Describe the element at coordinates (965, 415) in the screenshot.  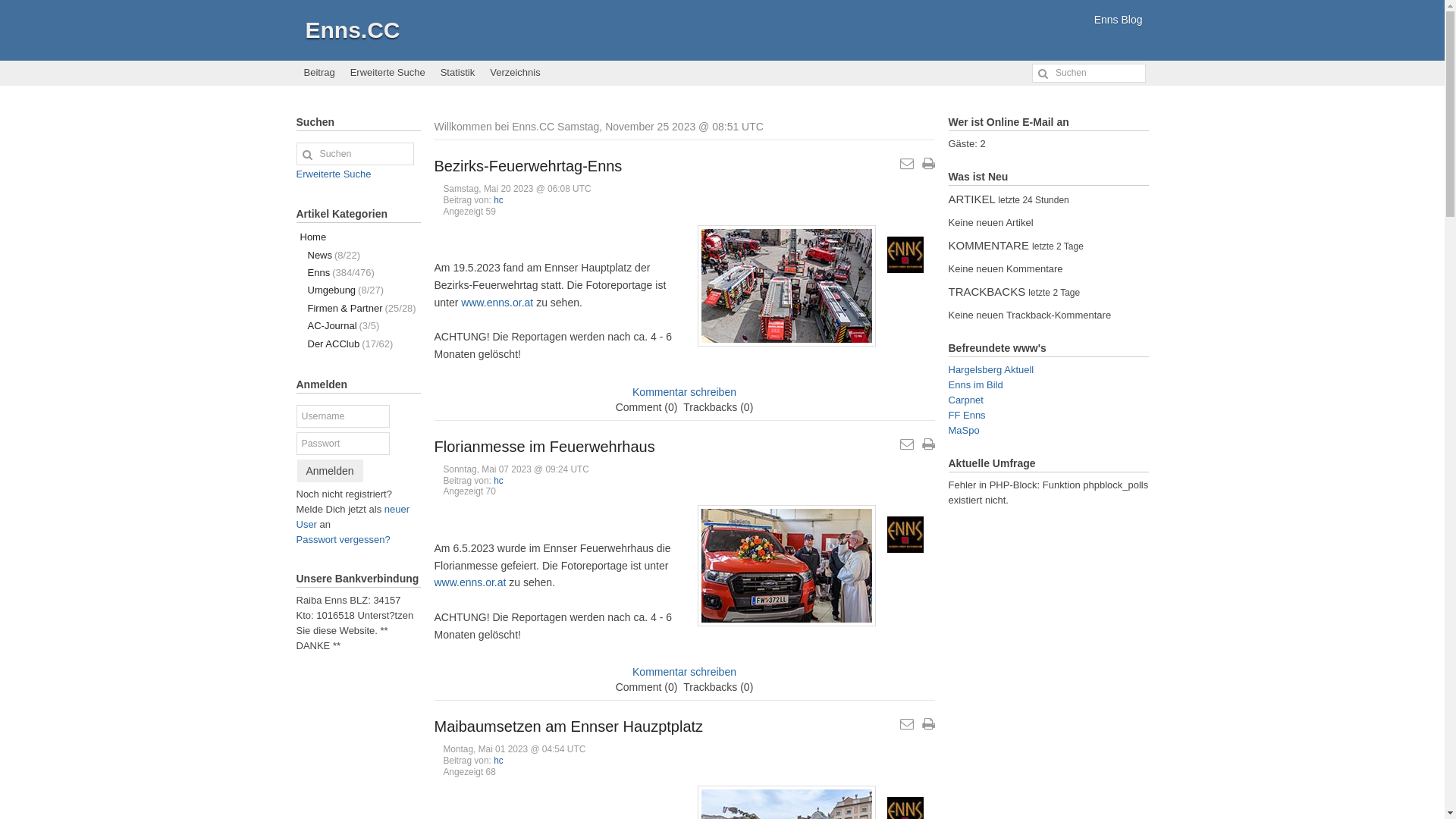
I see `'FF Enns'` at that location.